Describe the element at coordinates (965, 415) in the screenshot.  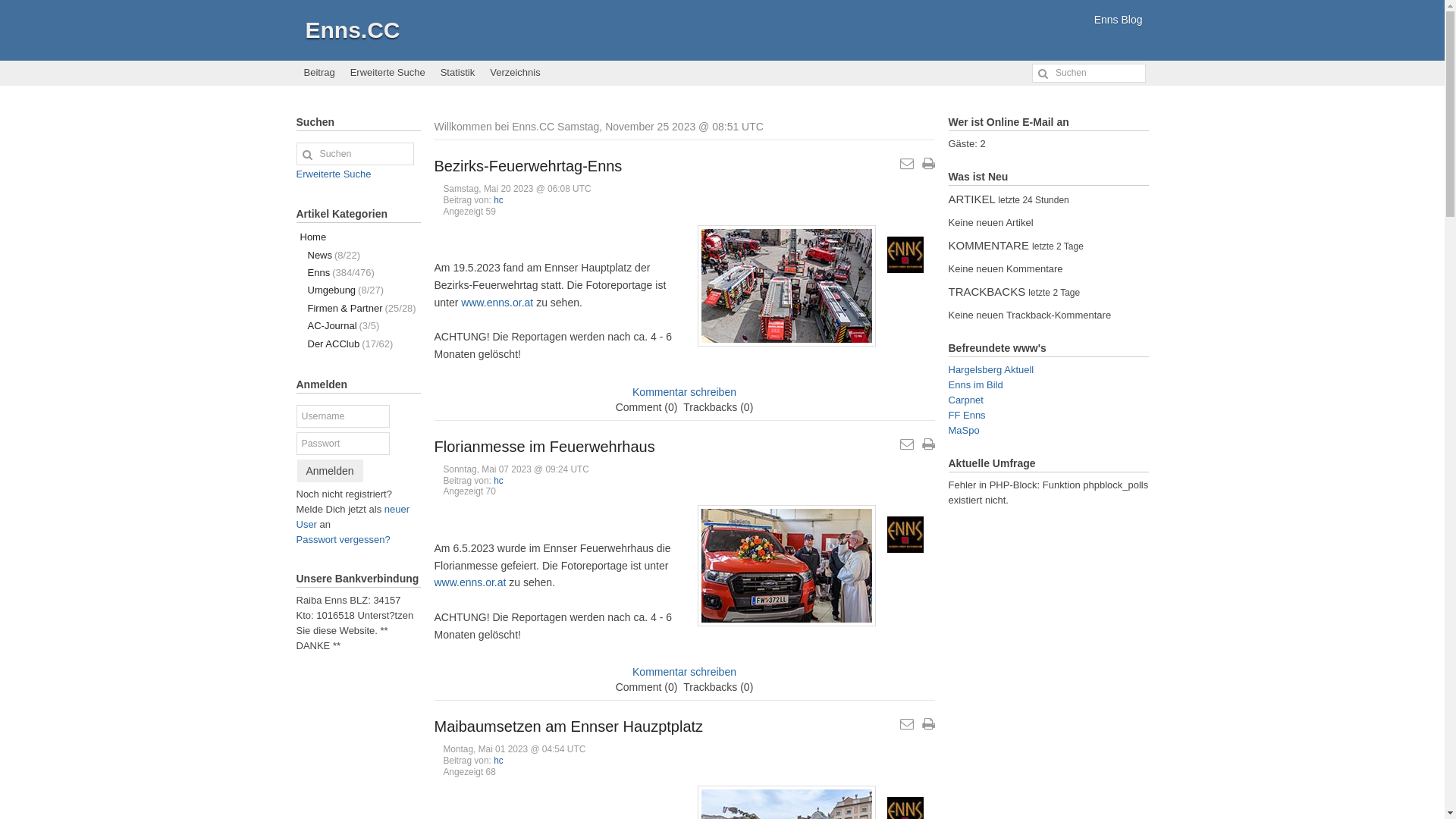
I see `'FF Enns'` at that location.